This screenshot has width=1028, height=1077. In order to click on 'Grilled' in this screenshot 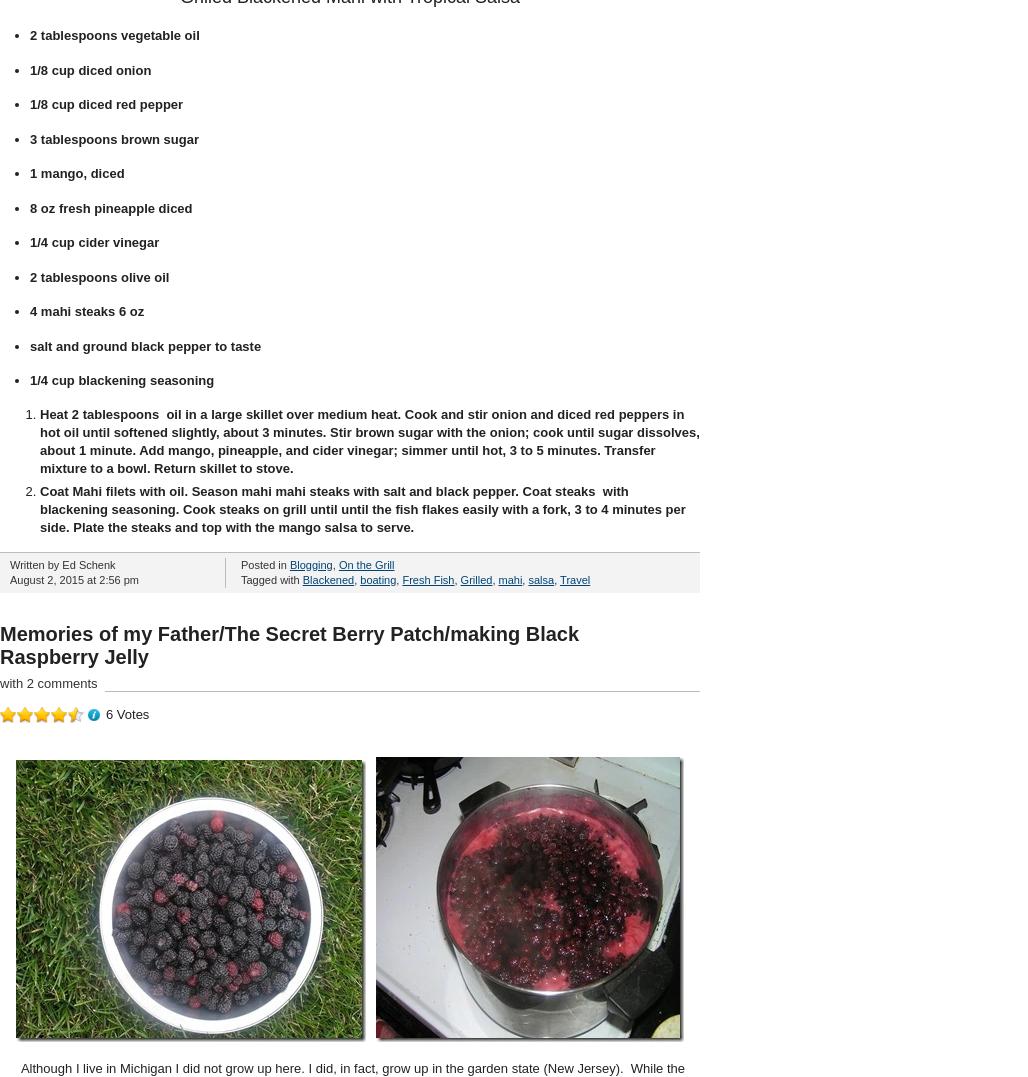, I will do `click(474, 578)`.